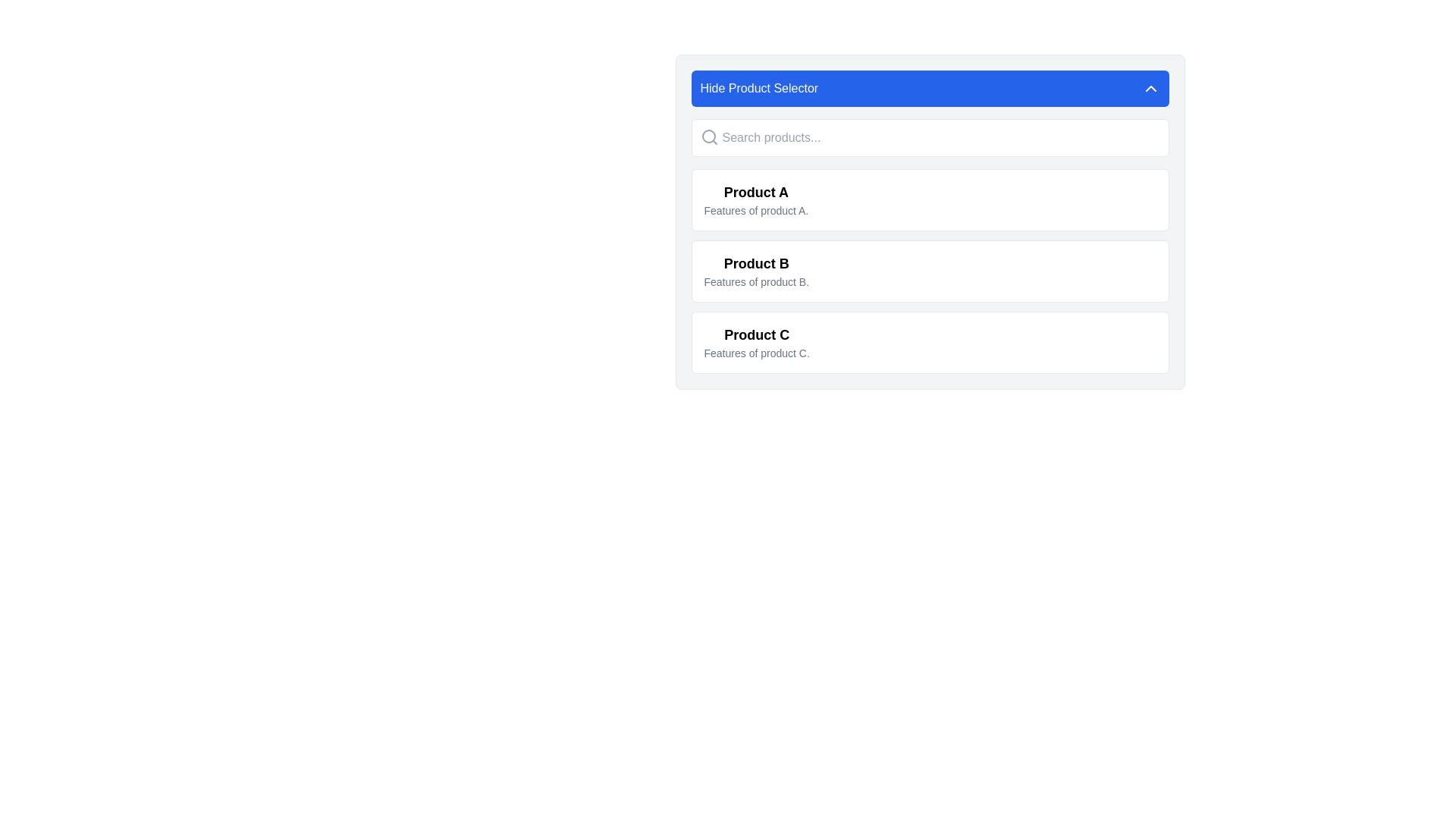 Image resolution: width=1456 pixels, height=819 pixels. Describe the element at coordinates (756, 192) in the screenshot. I see `the product title text label located at the top of the first item in the product list to observe any visual changes` at that location.